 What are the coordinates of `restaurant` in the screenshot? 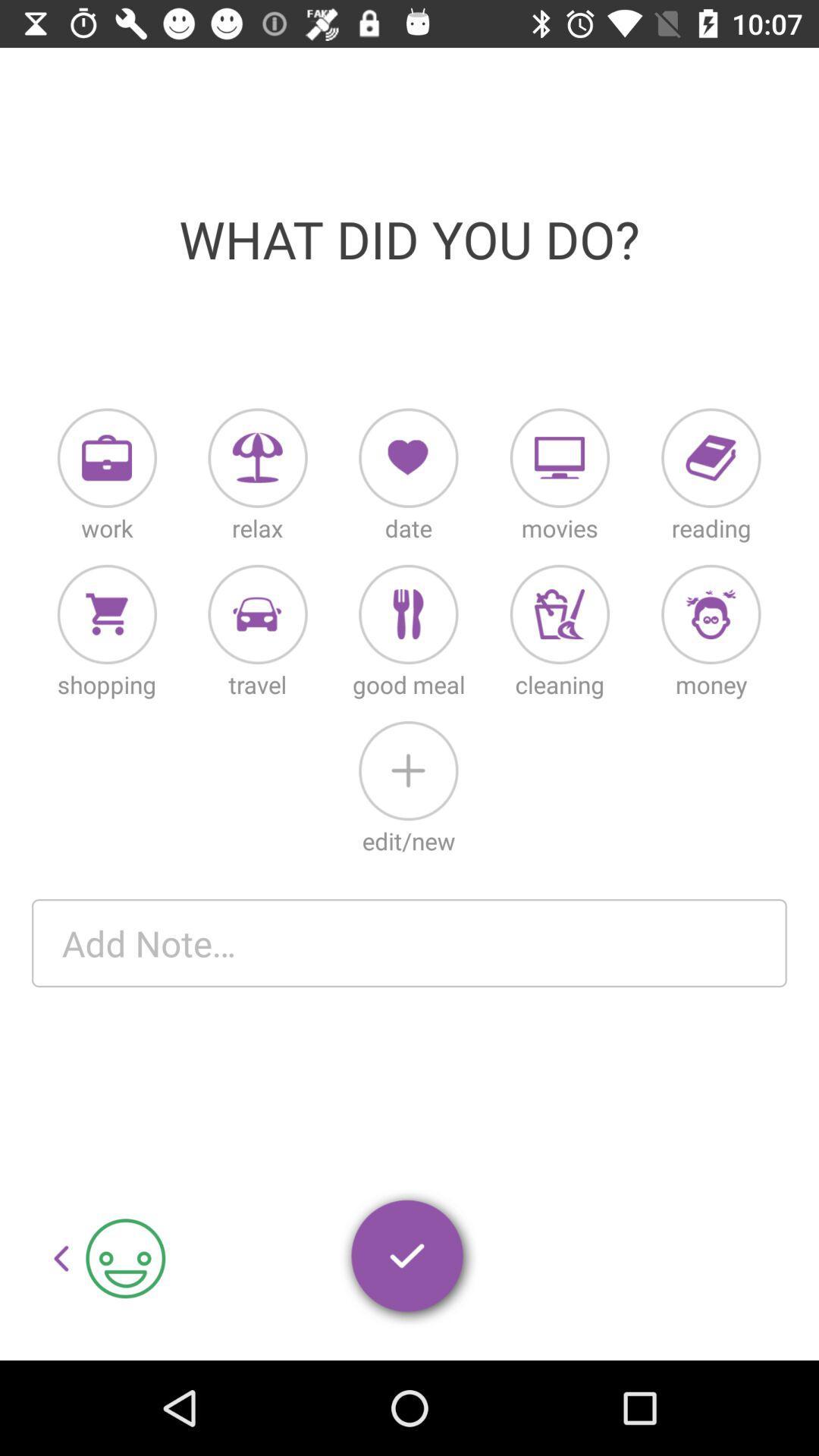 It's located at (407, 614).